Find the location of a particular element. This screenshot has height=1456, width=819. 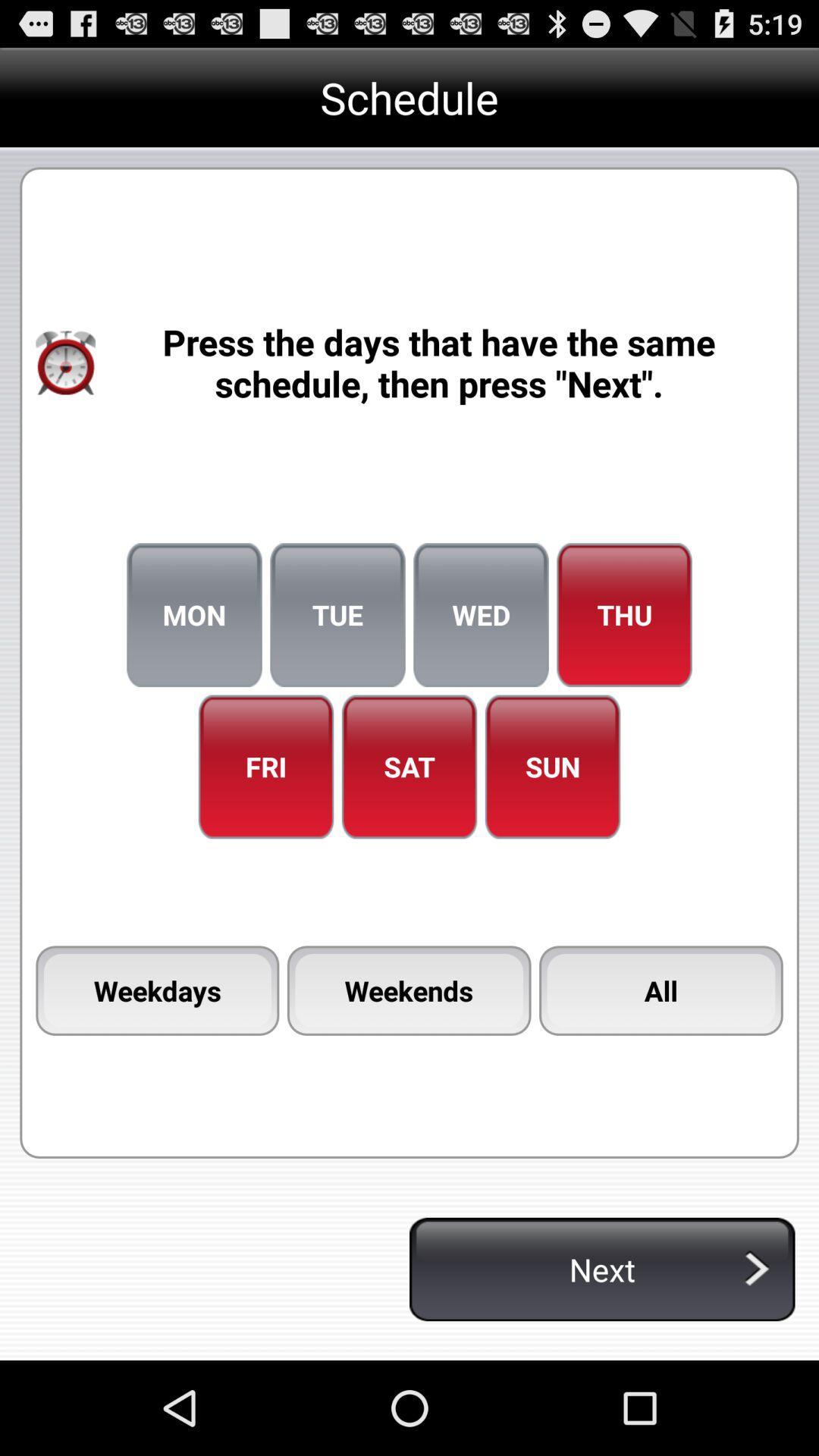

icon below the sun item is located at coordinates (660, 990).